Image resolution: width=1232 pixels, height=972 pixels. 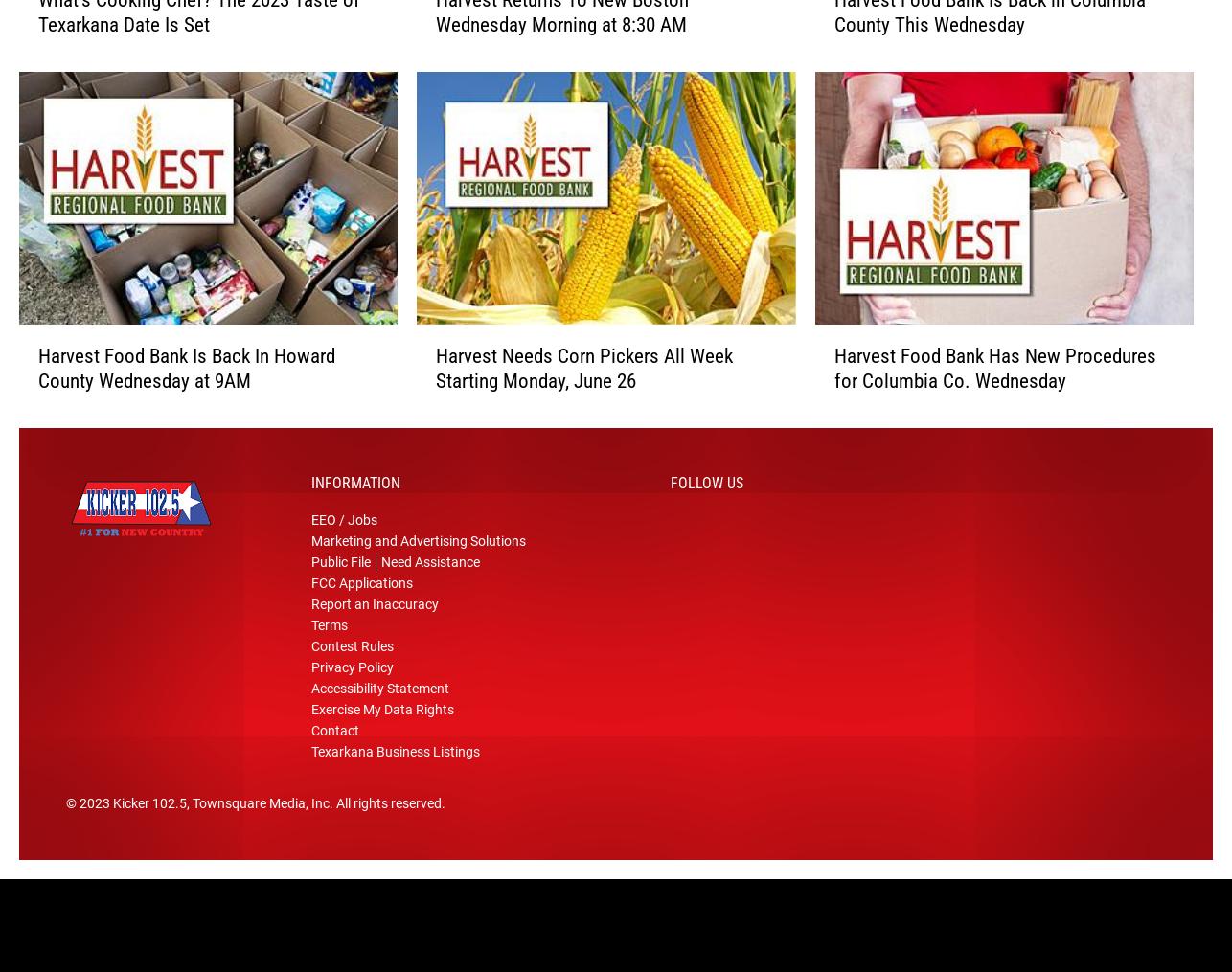 I want to click on 'Accessibility Statement', so click(x=378, y=695).